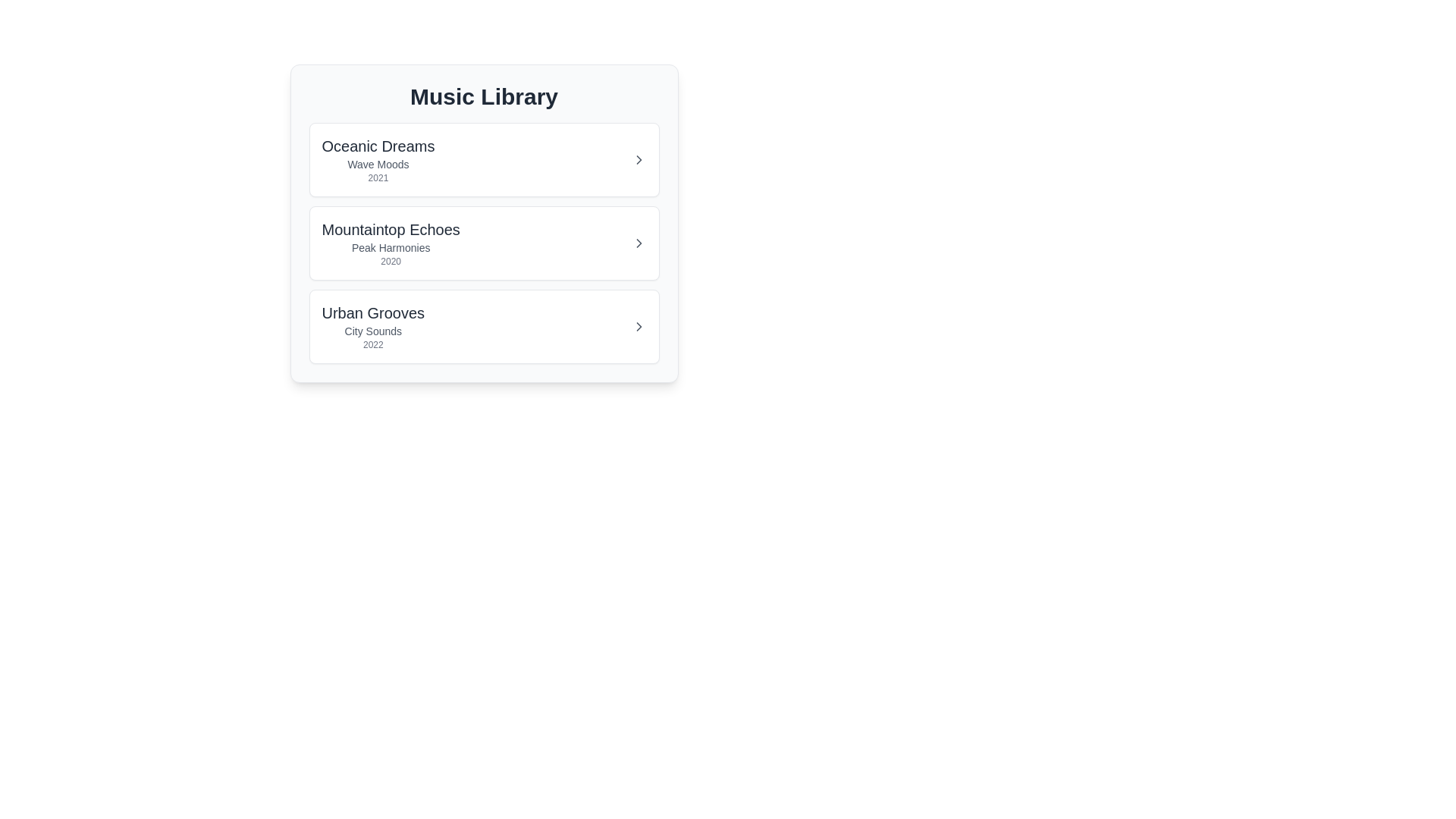  What do you see at coordinates (483, 326) in the screenshot?
I see `the album item Urban Grooves to view its hover effect` at bounding box center [483, 326].